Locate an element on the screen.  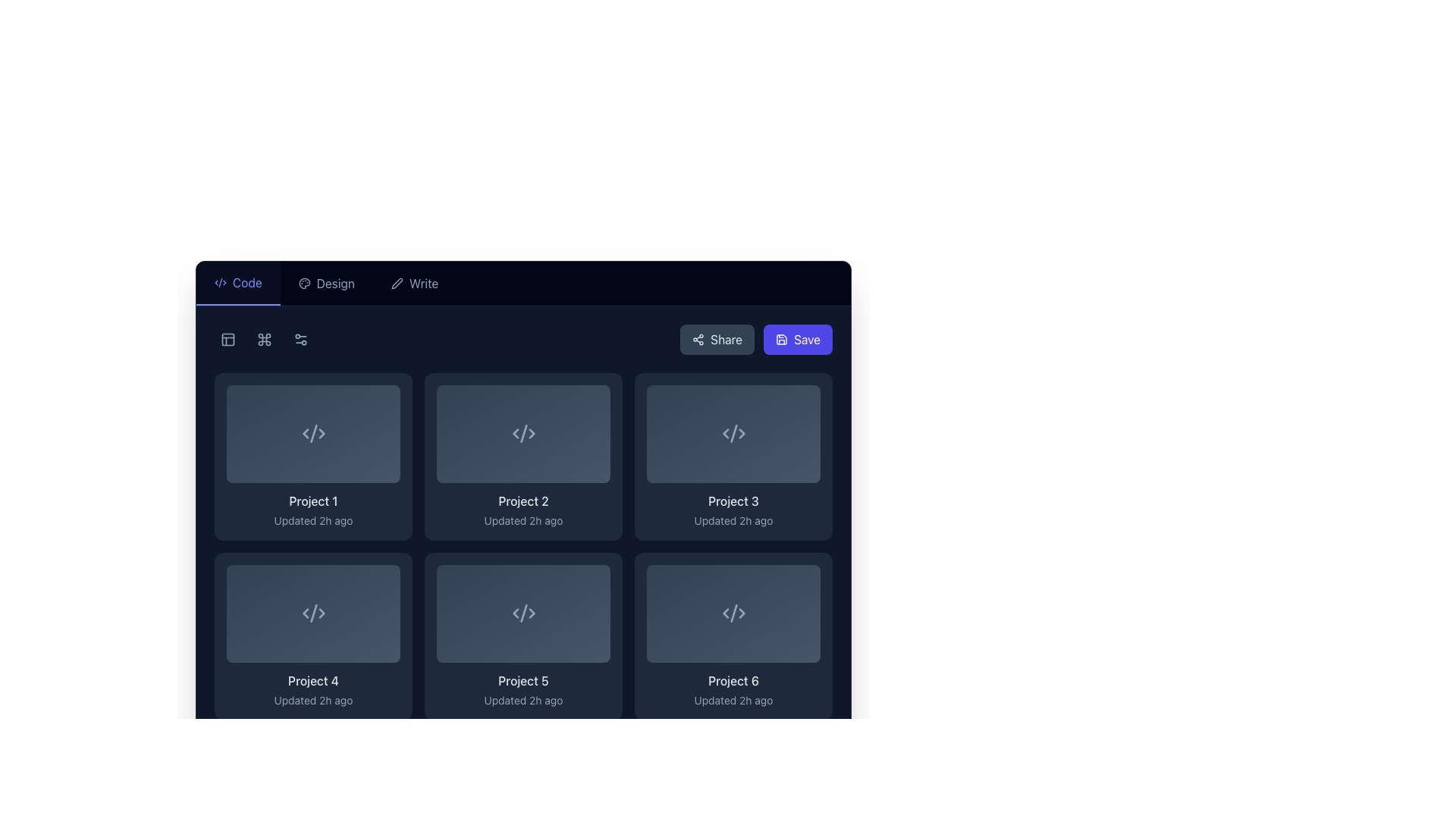
the emblematic visual representation for the 'Code' or 'Project 6' module located in the bottom row, third column of the grid in the 'Code' section of the interface is located at coordinates (733, 613).